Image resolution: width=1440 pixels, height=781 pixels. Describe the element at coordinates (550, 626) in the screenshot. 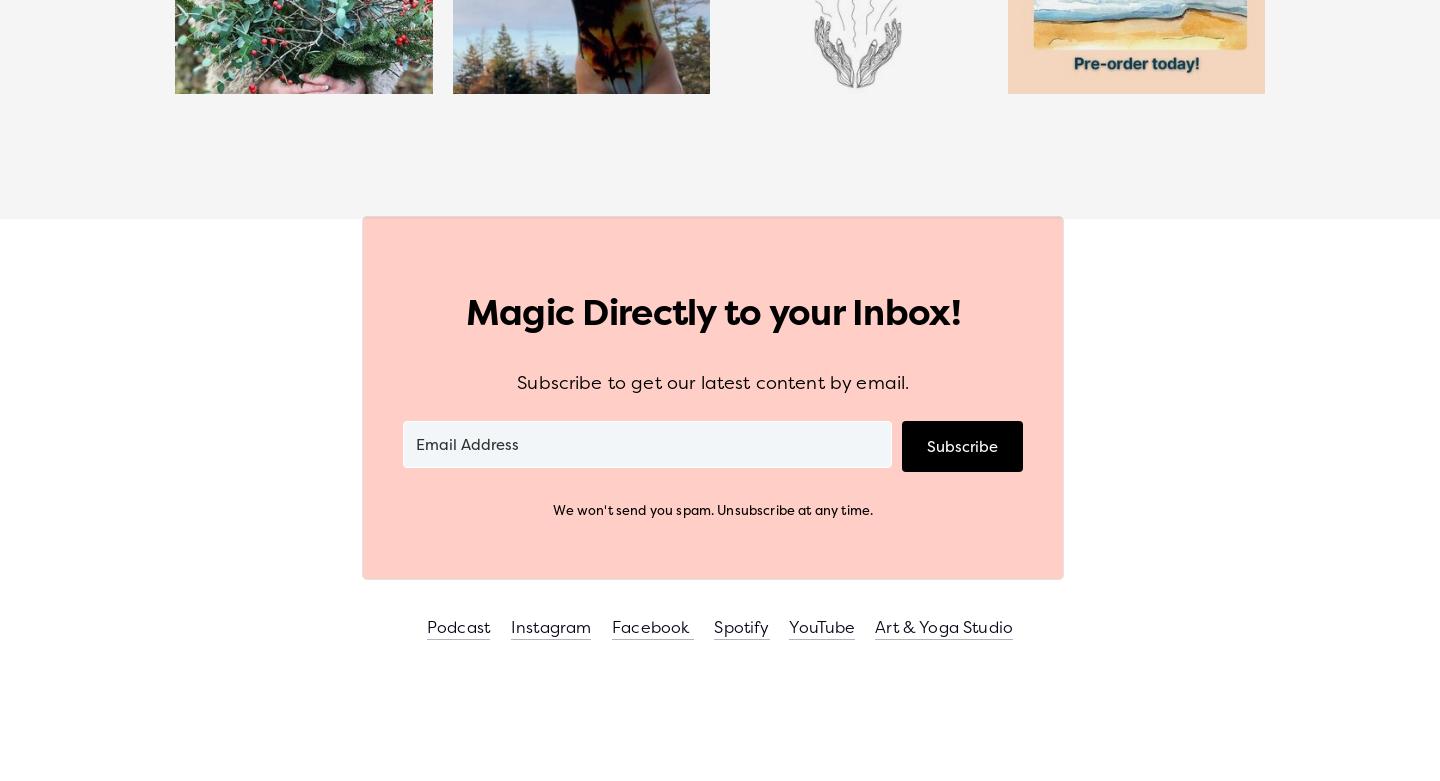

I see `'Instagram'` at that location.